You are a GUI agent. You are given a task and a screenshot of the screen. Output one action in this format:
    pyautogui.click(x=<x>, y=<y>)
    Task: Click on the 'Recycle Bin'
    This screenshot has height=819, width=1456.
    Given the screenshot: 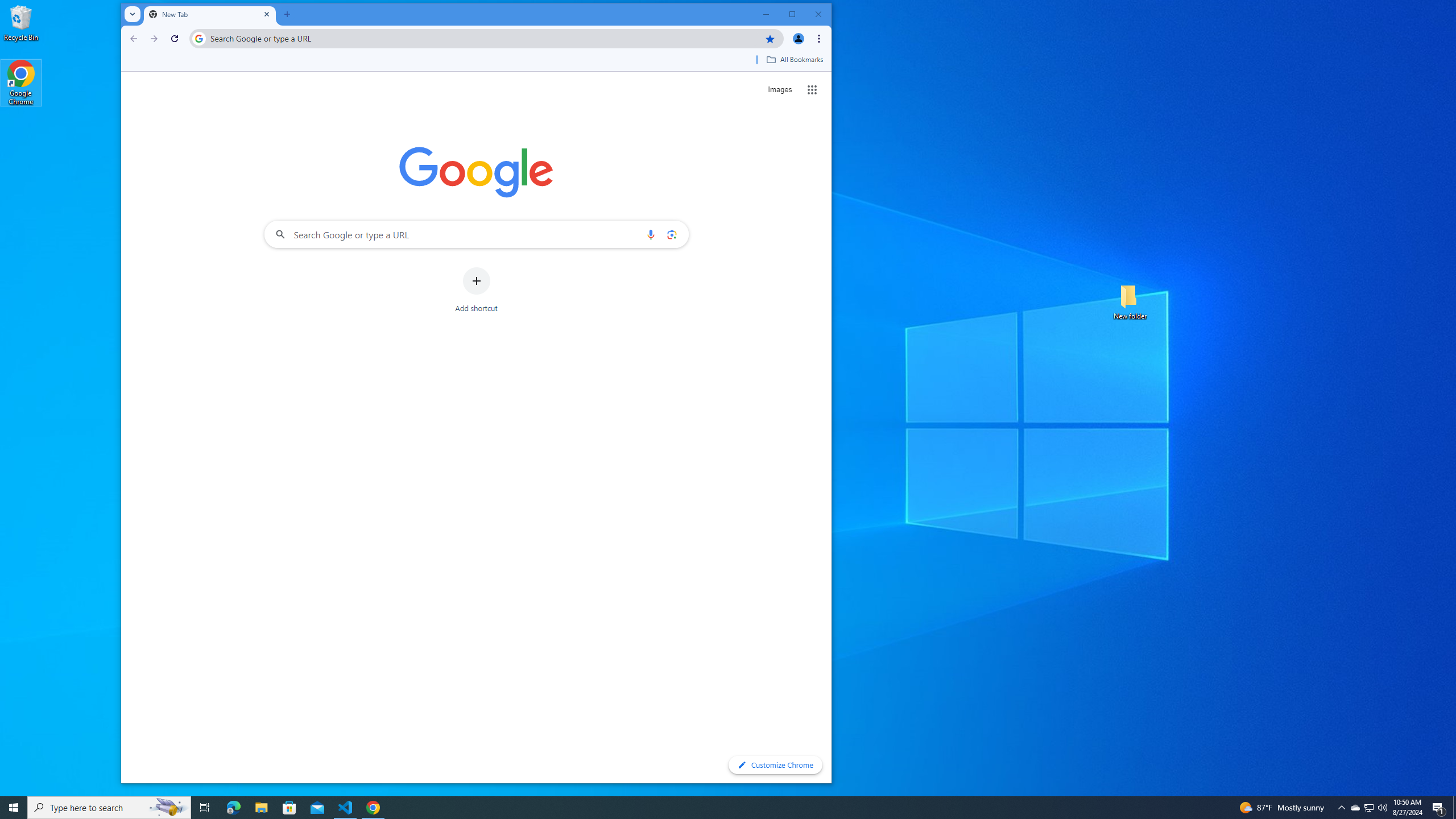 What is the action you would take?
    pyautogui.click(x=20, y=22)
    